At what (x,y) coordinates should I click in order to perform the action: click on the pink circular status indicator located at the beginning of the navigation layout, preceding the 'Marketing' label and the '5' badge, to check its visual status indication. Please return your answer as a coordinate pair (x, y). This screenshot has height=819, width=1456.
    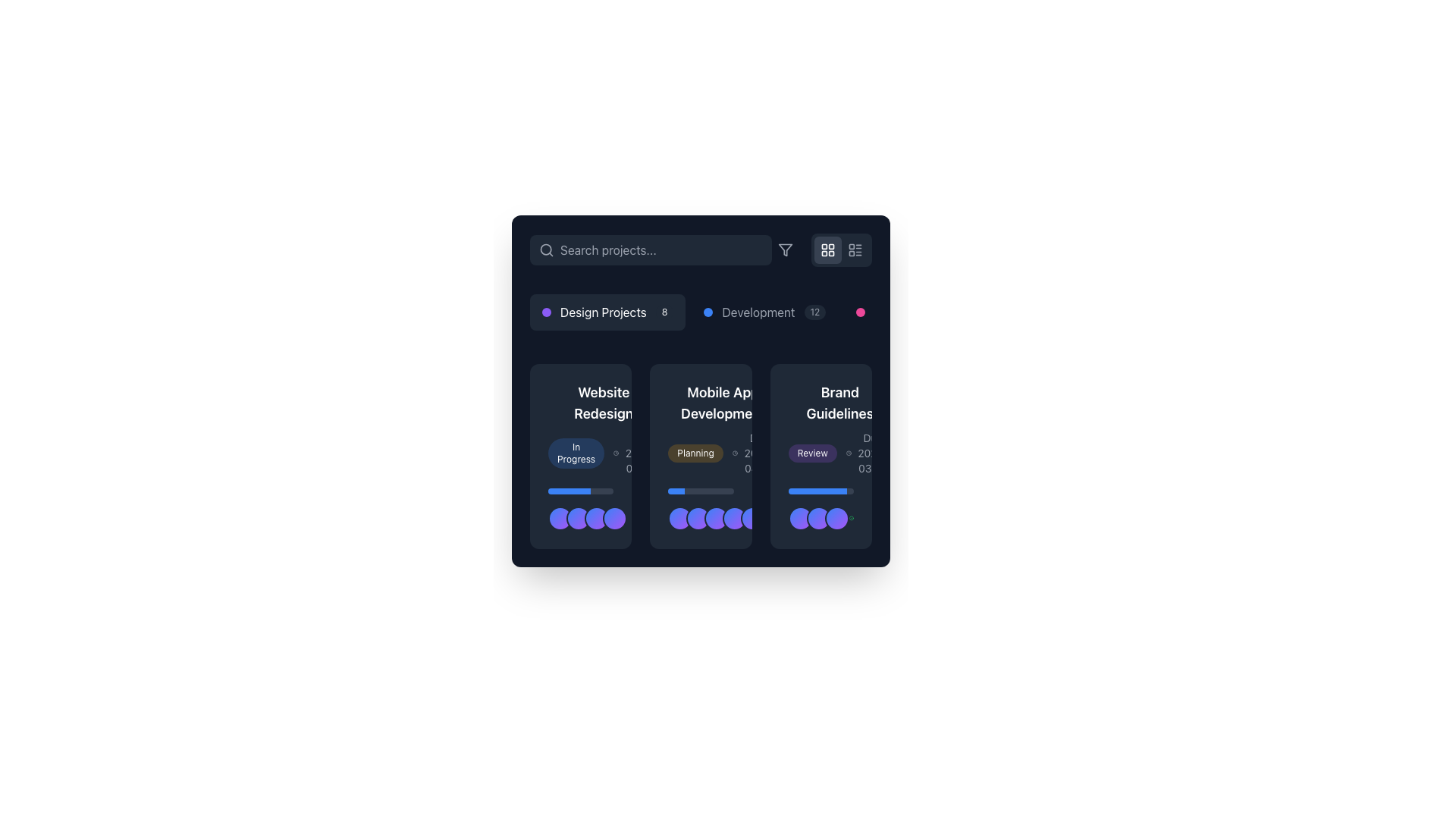
    Looking at the image, I should click on (861, 312).